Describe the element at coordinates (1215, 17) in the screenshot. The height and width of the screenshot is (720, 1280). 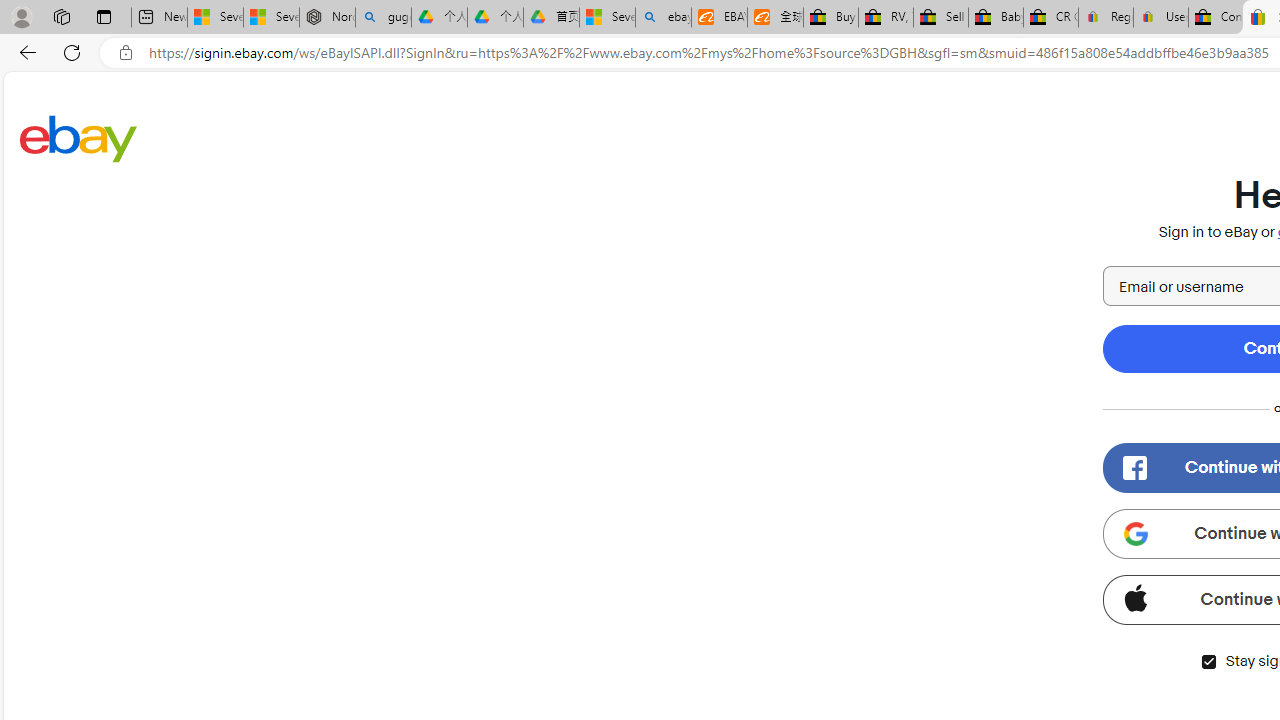
I see `'Consumer Health Data Privacy Policy - eBay Inc.'` at that location.